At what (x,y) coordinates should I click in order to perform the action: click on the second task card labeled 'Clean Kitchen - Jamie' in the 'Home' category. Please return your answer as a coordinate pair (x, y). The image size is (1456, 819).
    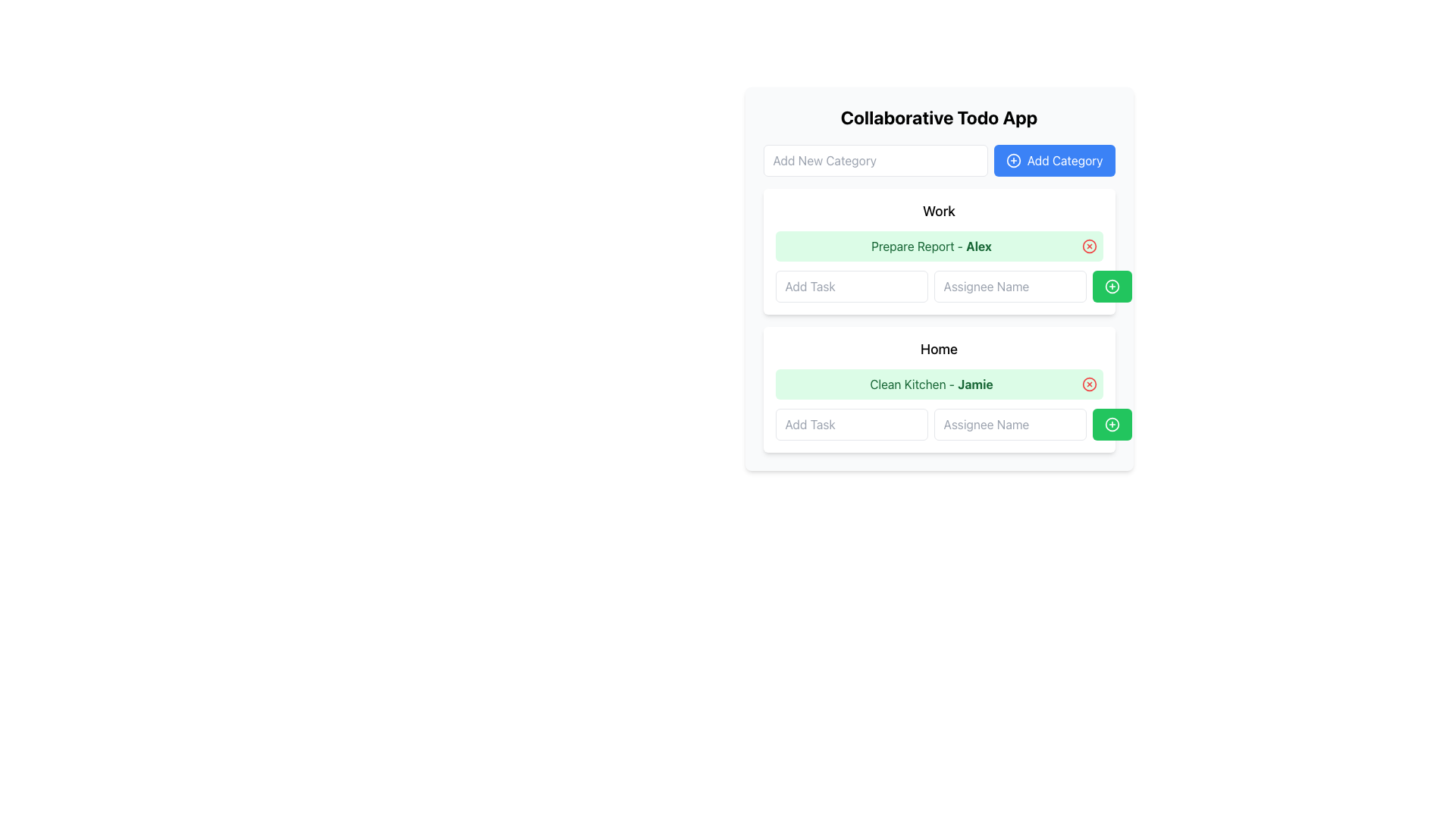
    Looking at the image, I should click on (938, 388).